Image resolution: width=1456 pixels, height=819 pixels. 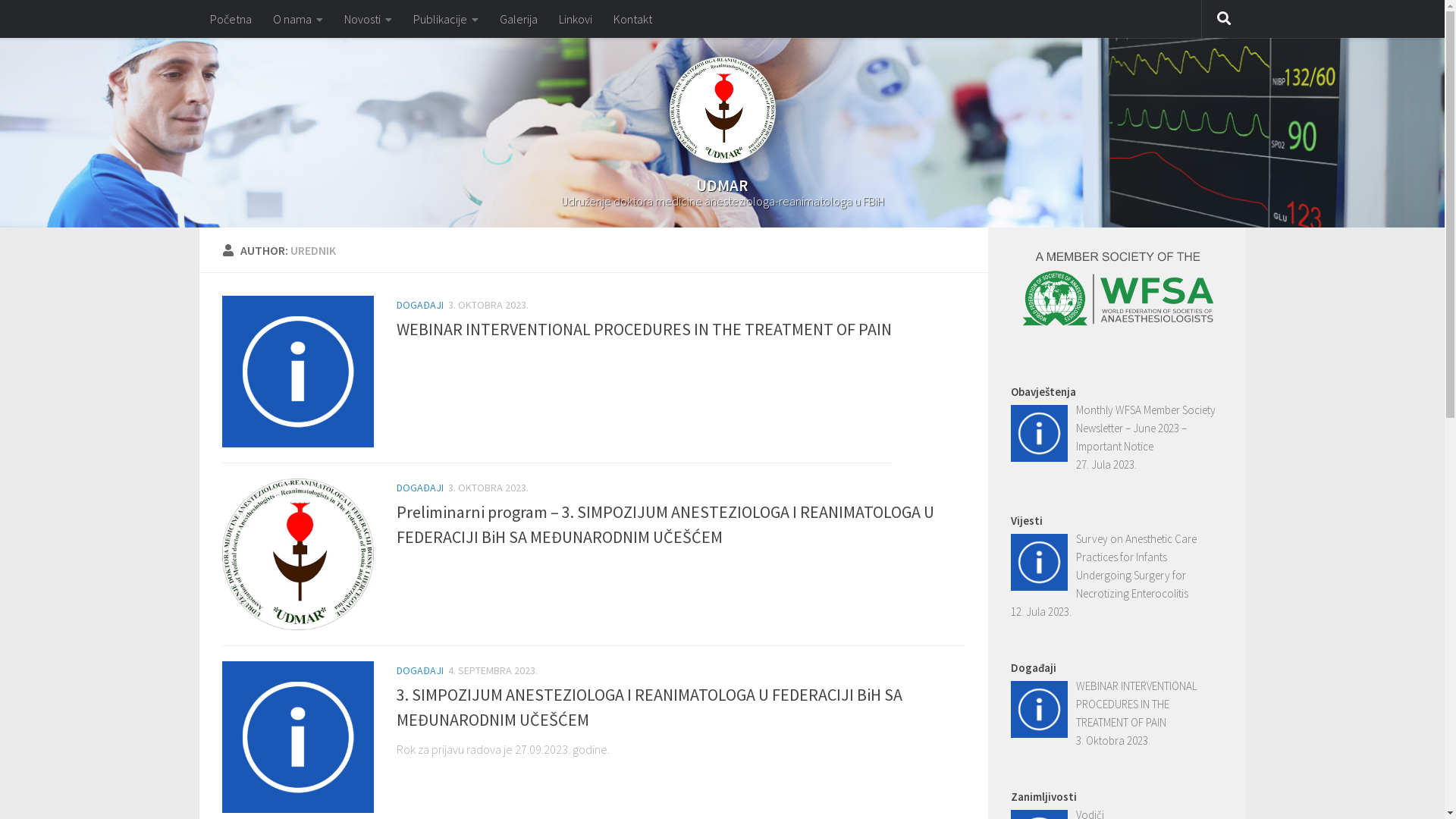 I want to click on 'O nama', so click(x=298, y=18).